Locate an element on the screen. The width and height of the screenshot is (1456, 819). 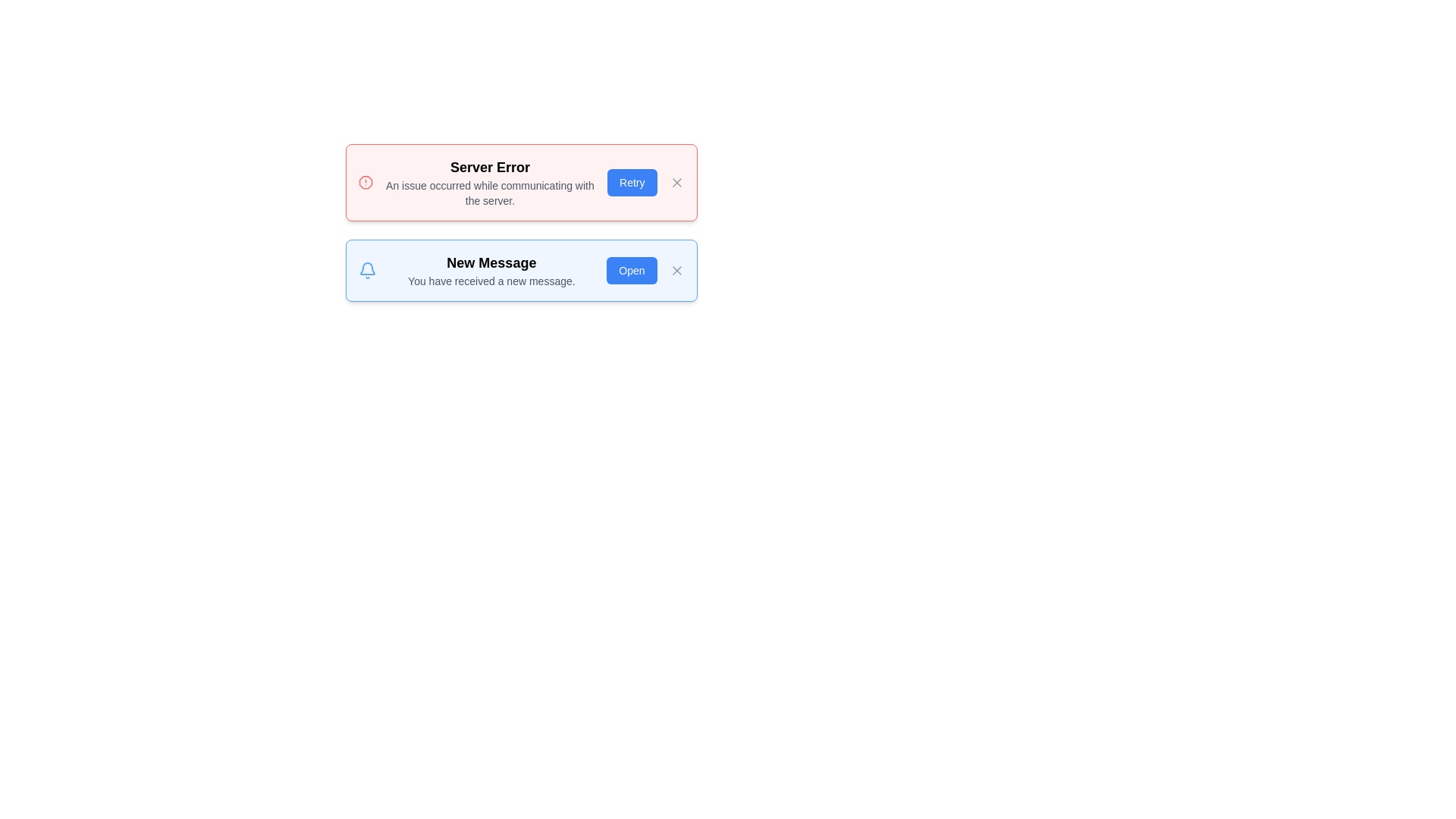
static text that states 'You have received a new message.' located below the title 'New Message' in the notification box is located at coordinates (491, 281).